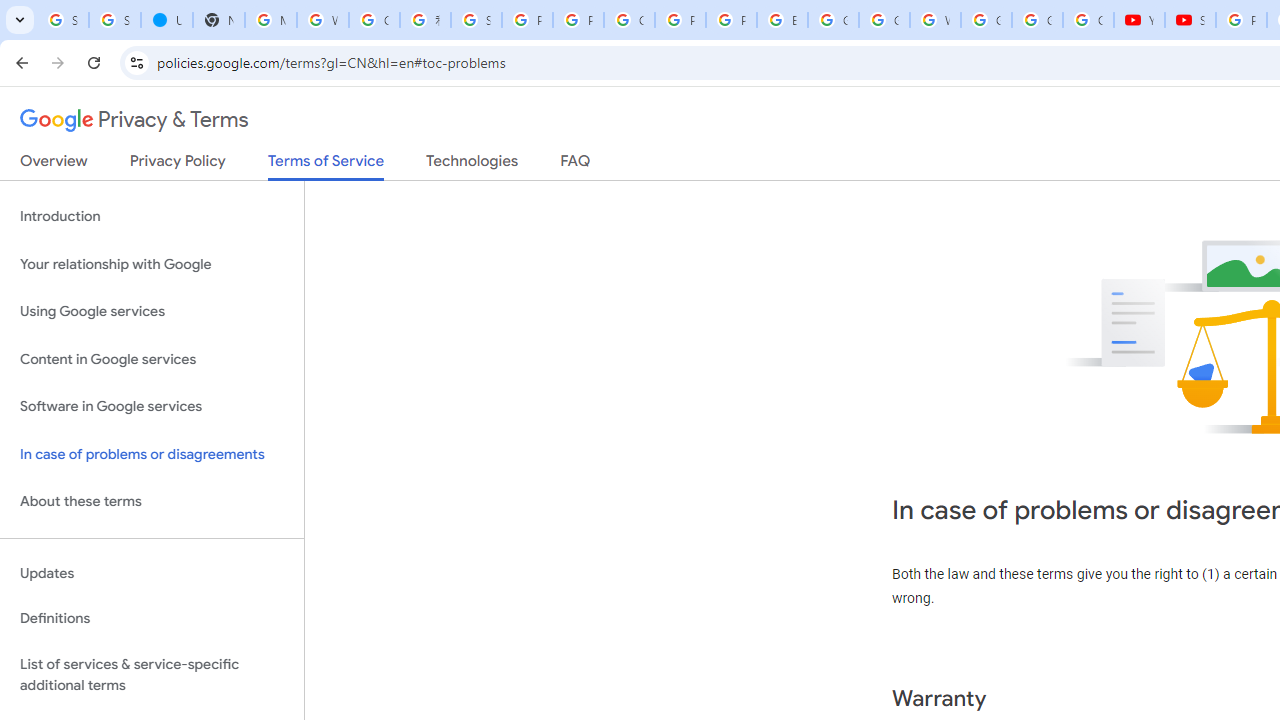  Describe the element at coordinates (151, 263) in the screenshot. I see `'Your relationship with Google'` at that location.